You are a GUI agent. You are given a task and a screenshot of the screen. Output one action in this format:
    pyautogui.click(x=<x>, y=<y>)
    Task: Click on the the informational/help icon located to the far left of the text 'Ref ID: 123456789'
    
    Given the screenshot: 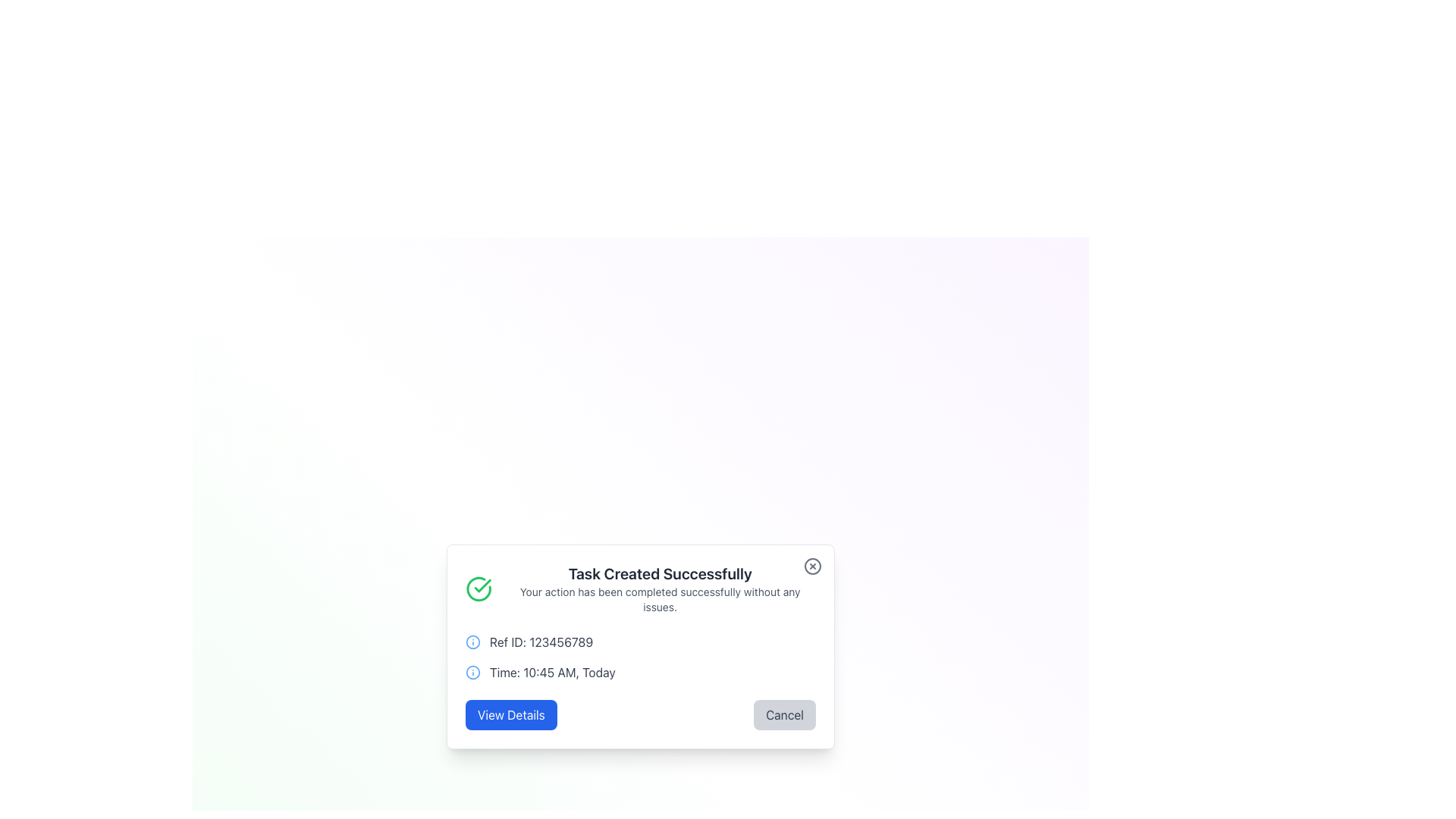 What is the action you would take?
    pyautogui.click(x=472, y=642)
    